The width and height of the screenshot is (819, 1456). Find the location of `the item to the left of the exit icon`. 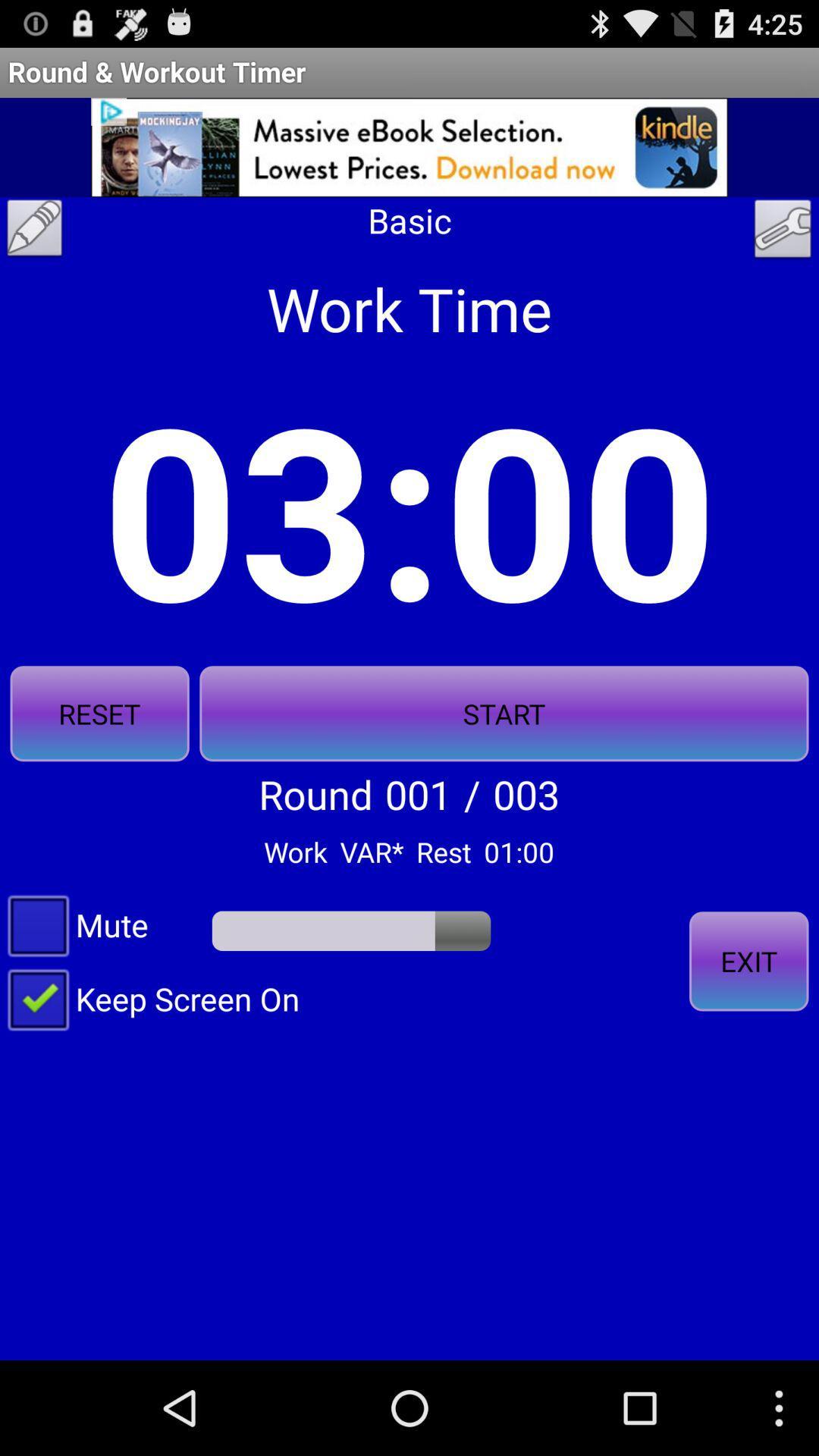

the item to the left of the exit icon is located at coordinates (149, 998).